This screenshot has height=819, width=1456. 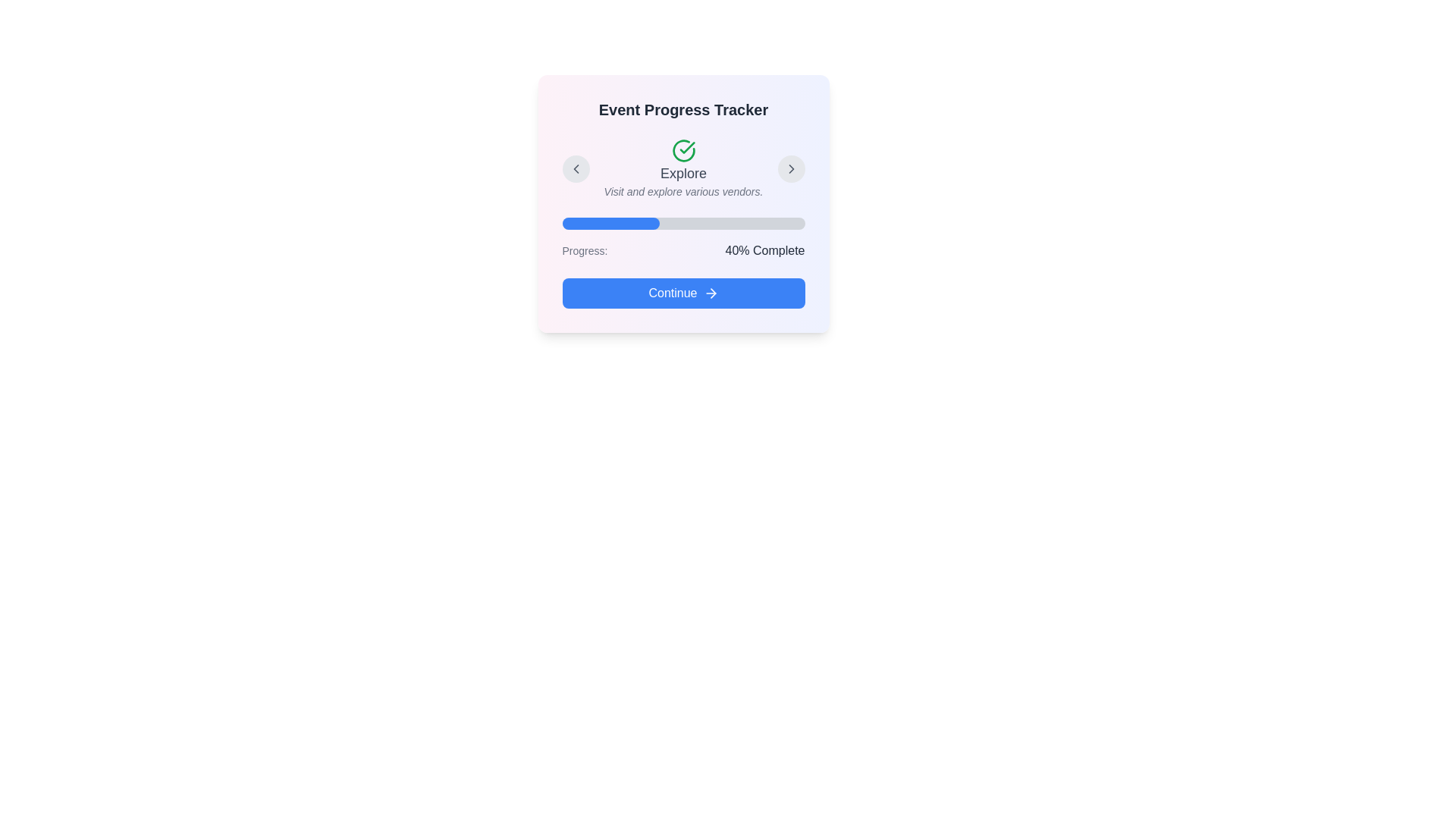 What do you see at coordinates (584, 250) in the screenshot?
I see `the 'Progress:' text label displayed in a light gray font, which is positioned to the left of the progress bar and adjacent to the percentage completion message` at bounding box center [584, 250].